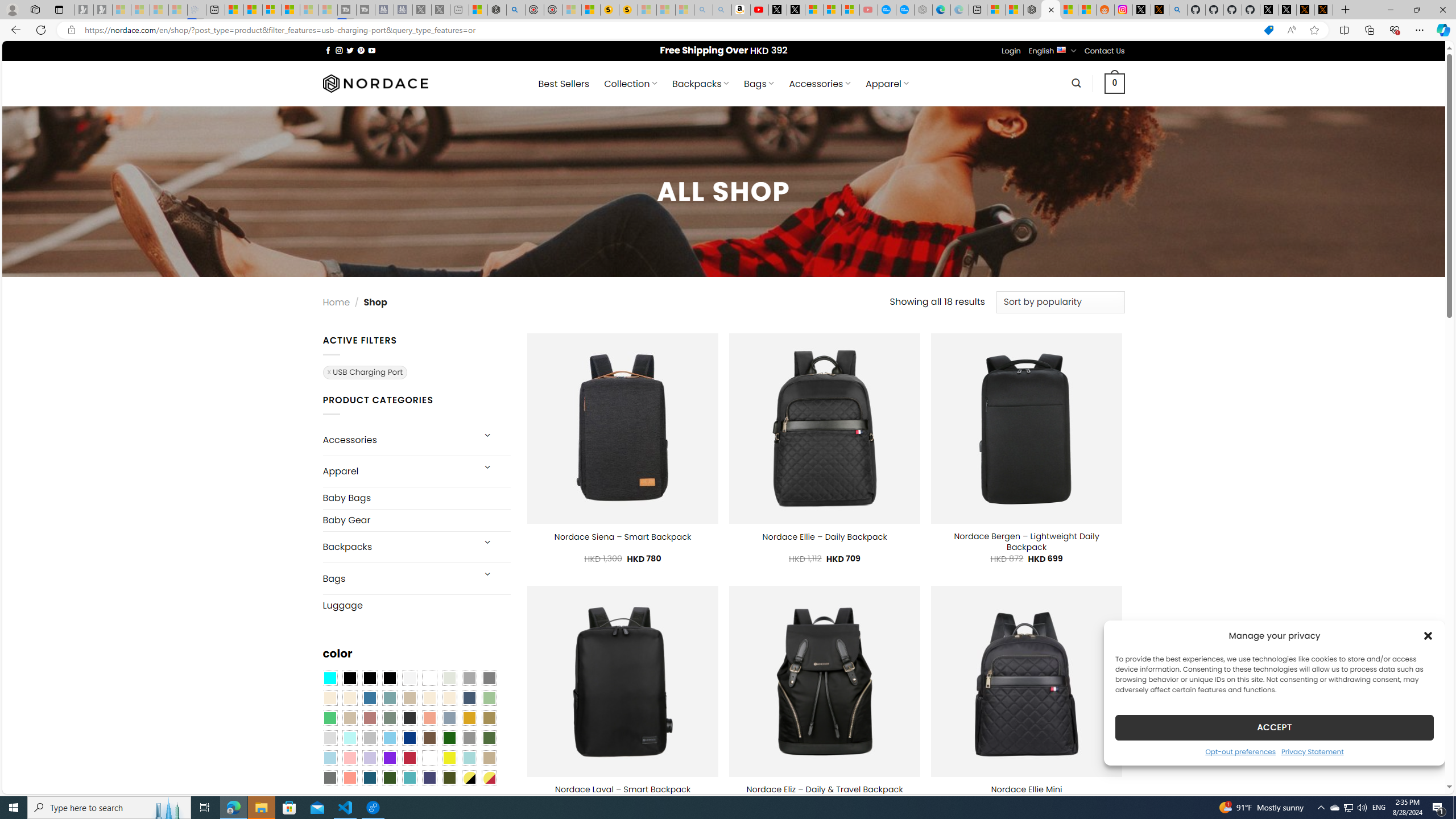 The height and width of the screenshot is (819, 1456). What do you see at coordinates (489, 758) in the screenshot?
I see `'Khaki'` at bounding box center [489, 758].